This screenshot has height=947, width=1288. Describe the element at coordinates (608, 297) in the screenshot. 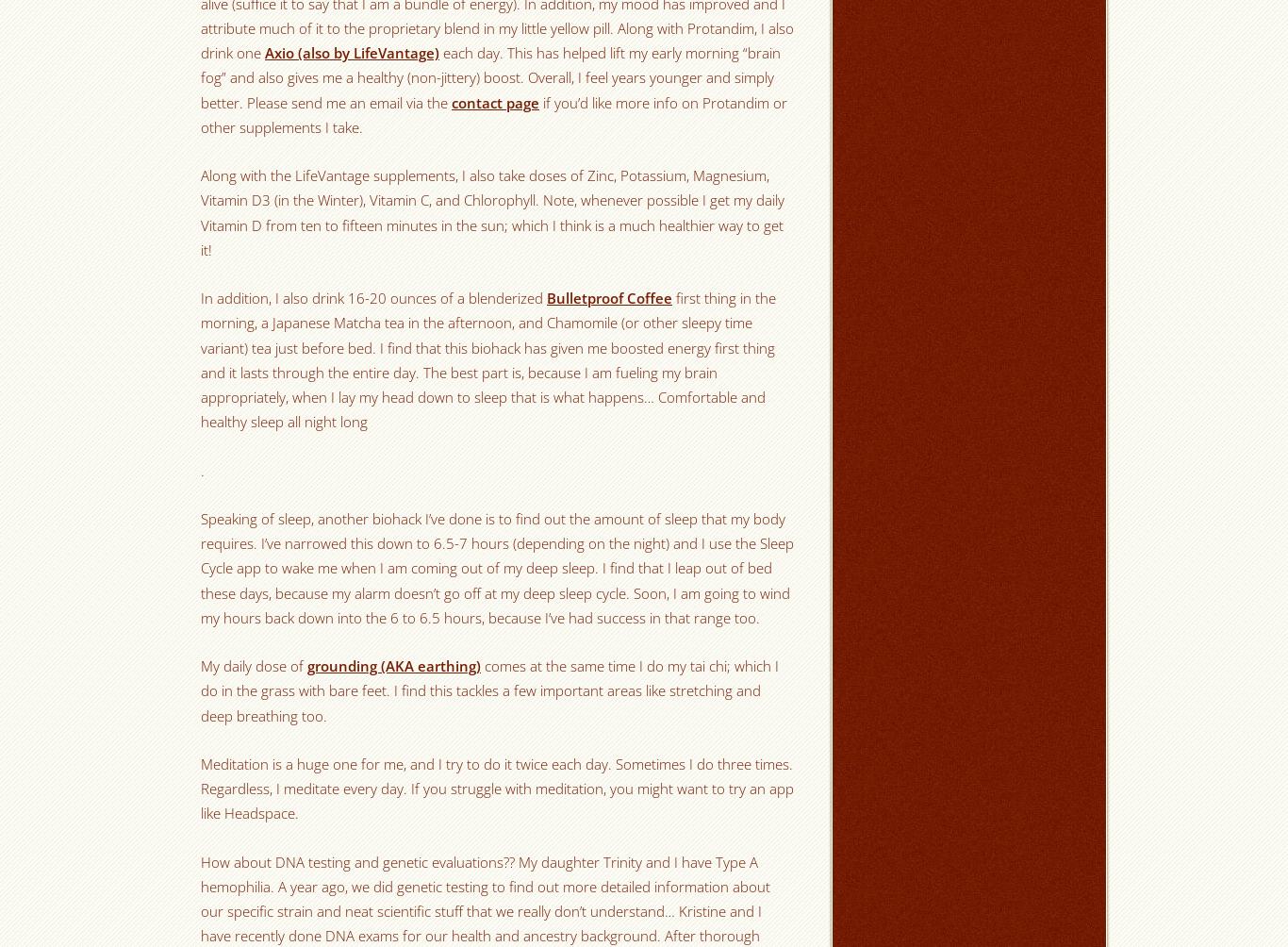

I see `'Bulletproof Coffee'` at that location.